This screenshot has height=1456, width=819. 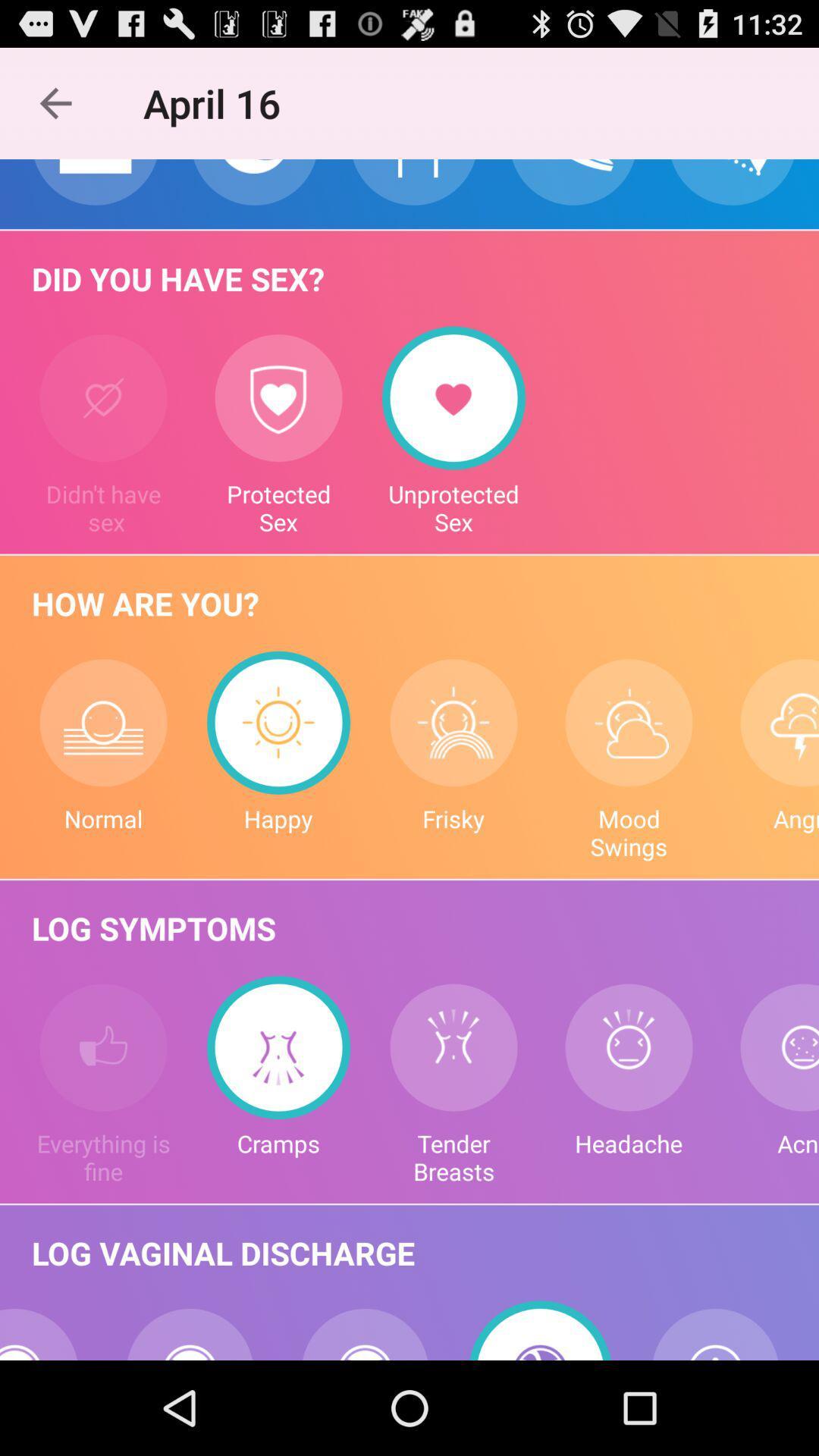 What do you see at coordinates (55, 102) in the screenshot?
I see `the item next to the april 16` at bounding box center [55, 102].